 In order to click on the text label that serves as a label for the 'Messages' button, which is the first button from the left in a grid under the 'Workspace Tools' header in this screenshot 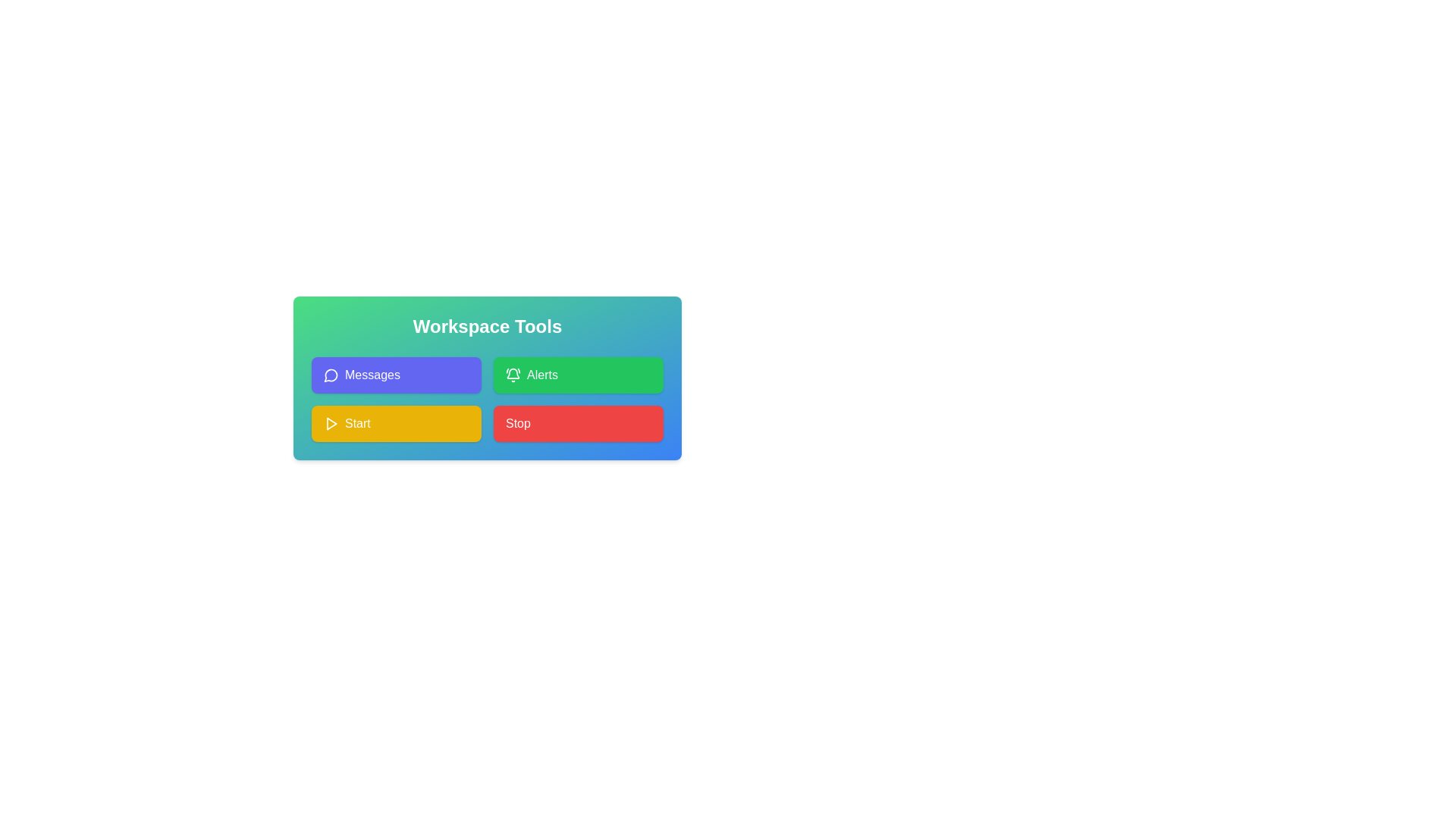, I will do `click(372, 375)`.